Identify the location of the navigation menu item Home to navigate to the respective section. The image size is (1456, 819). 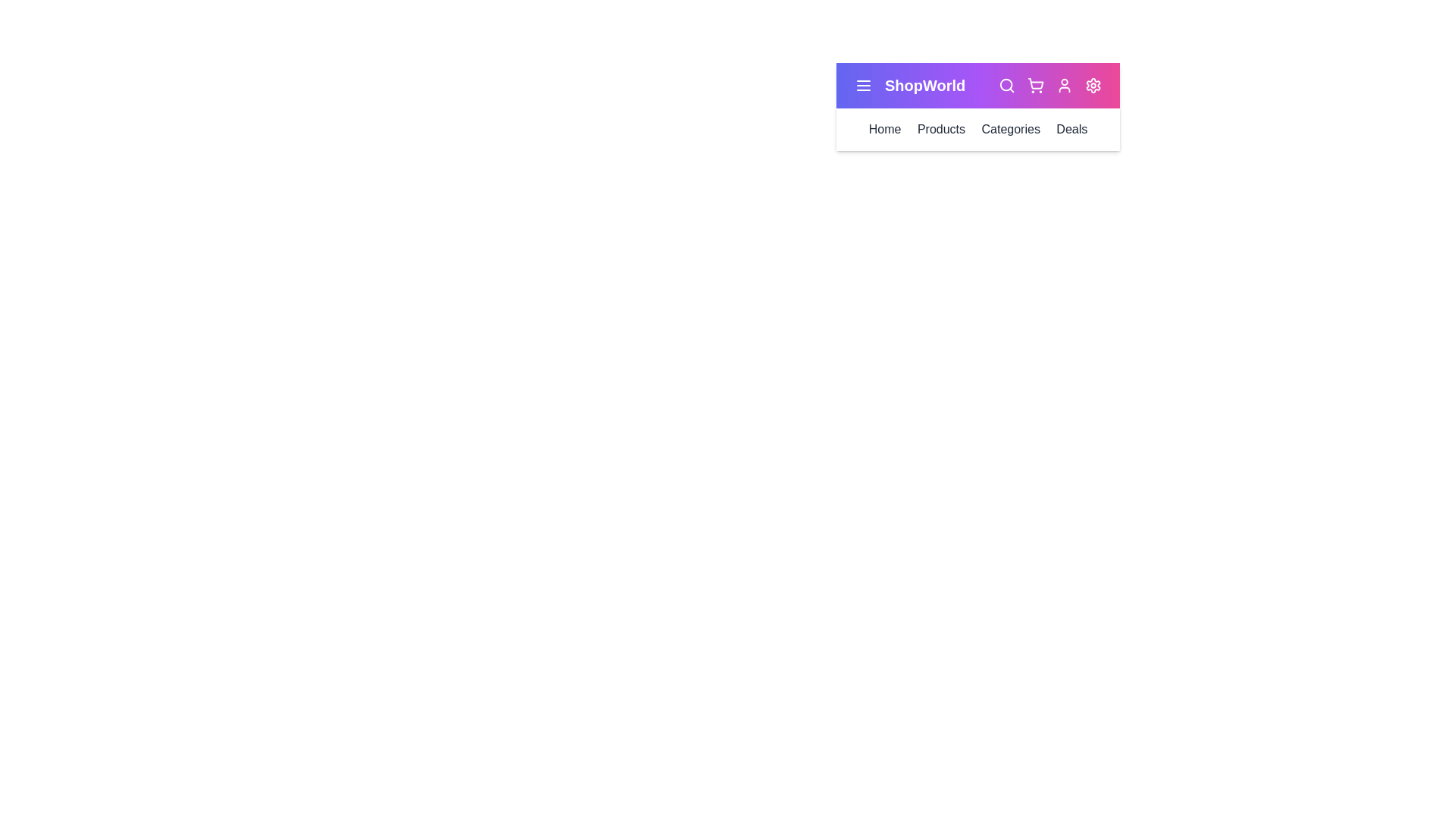
(885, 128).